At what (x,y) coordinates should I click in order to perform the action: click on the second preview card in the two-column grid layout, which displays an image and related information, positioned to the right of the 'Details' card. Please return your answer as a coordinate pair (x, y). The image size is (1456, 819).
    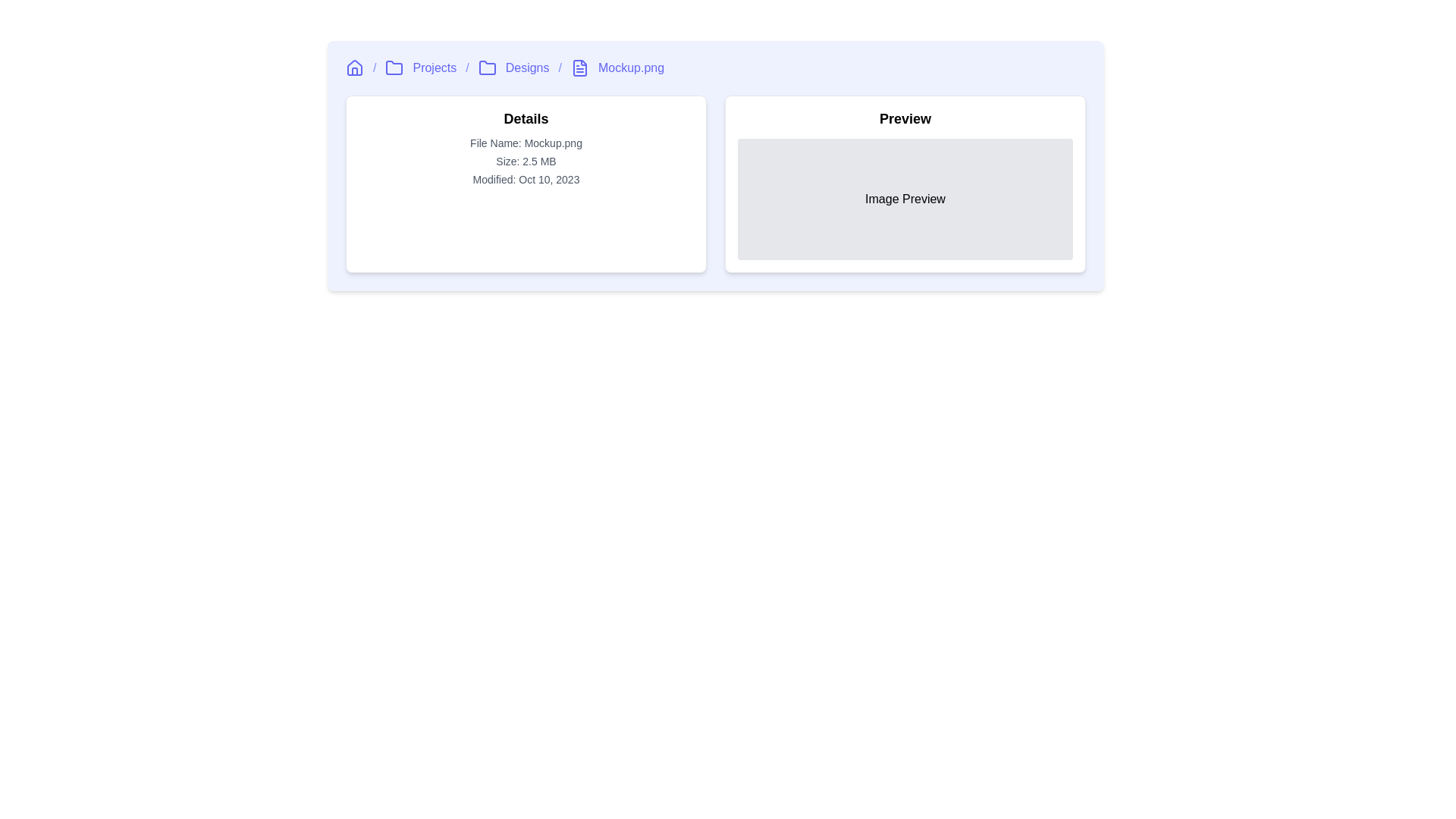
    Looking at the image, I should click on (905, 184).